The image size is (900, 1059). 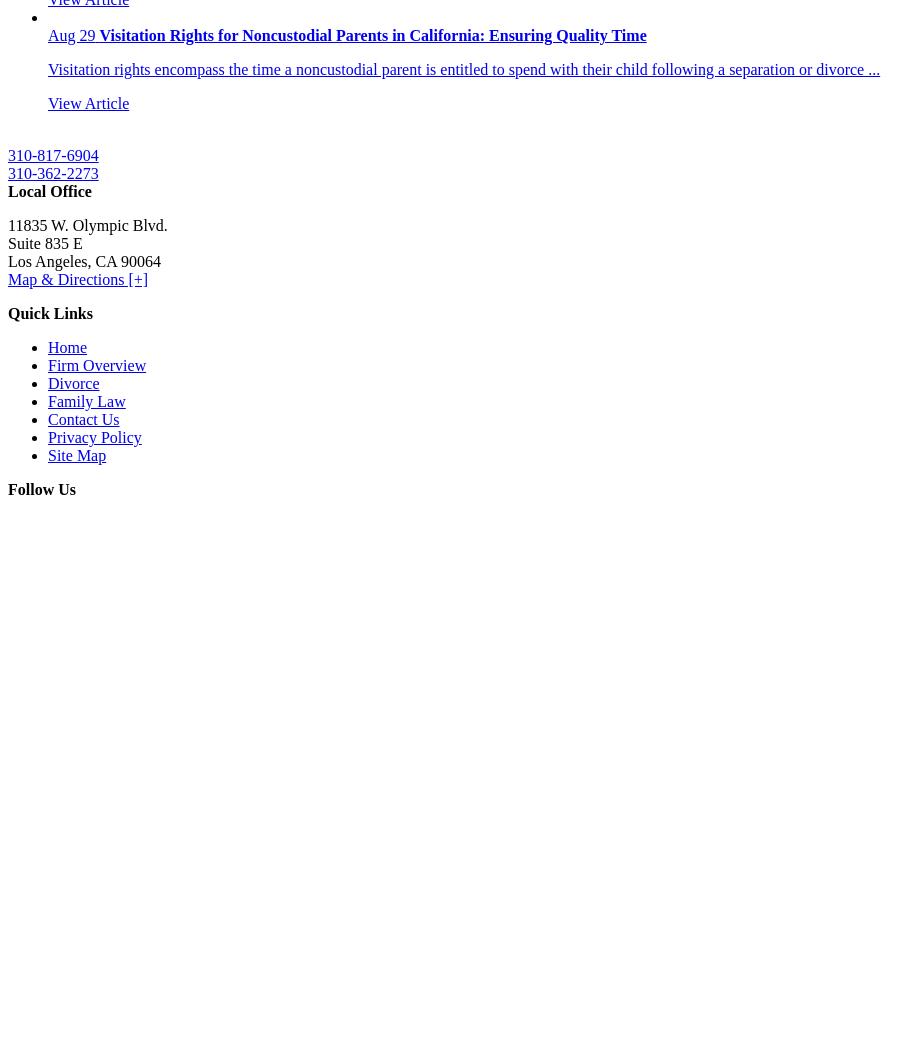 What do you see at coordinates (82, 418) in the screenshot?
I see `'Contact Us'` at bounding box center [82, 418].